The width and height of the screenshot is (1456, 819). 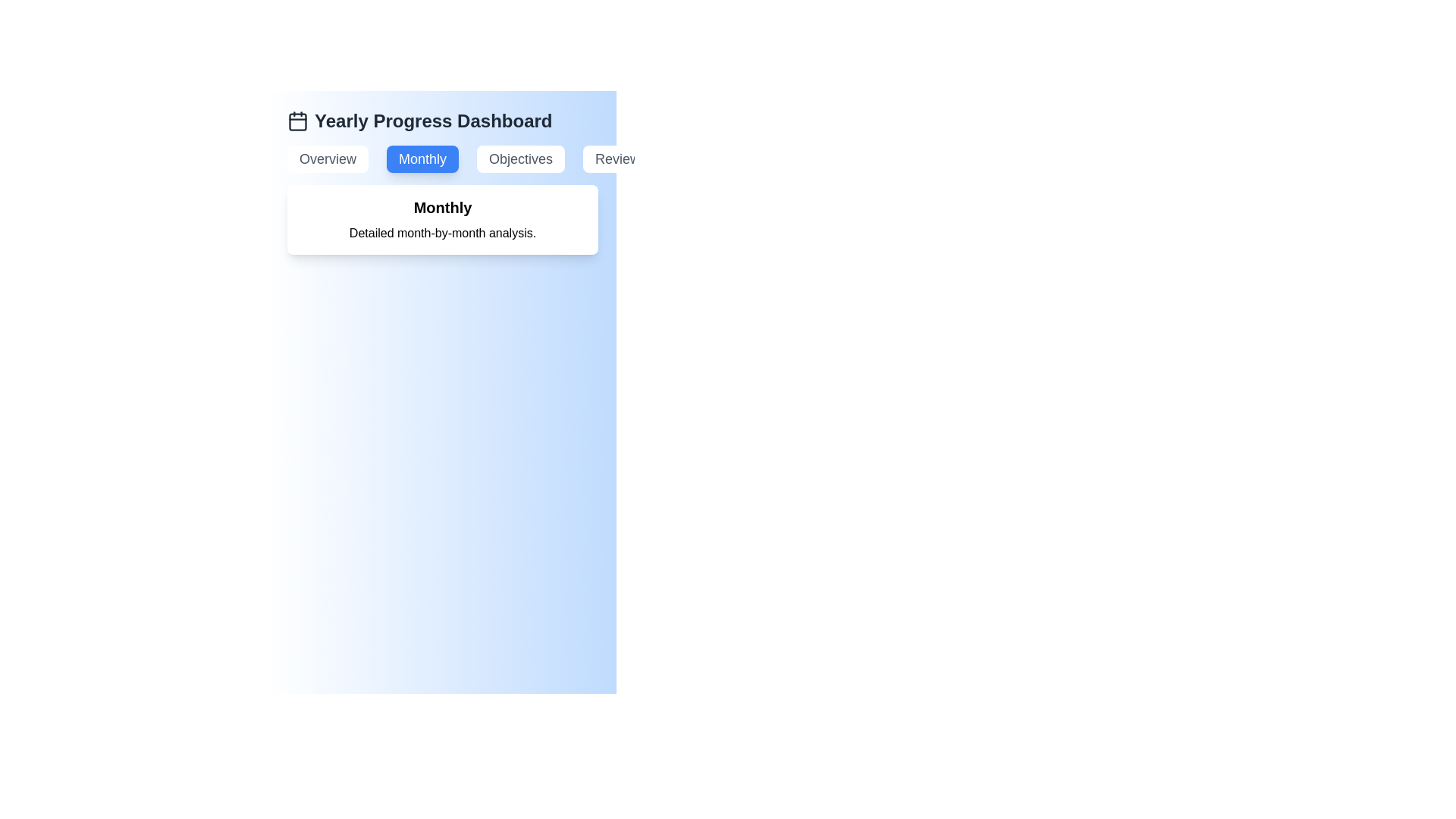 What do you see at coordinates (327, 158) in the screenshot?
I see `the Overview tab by clicking on its corresponding button` at bounding box center [327, 158].